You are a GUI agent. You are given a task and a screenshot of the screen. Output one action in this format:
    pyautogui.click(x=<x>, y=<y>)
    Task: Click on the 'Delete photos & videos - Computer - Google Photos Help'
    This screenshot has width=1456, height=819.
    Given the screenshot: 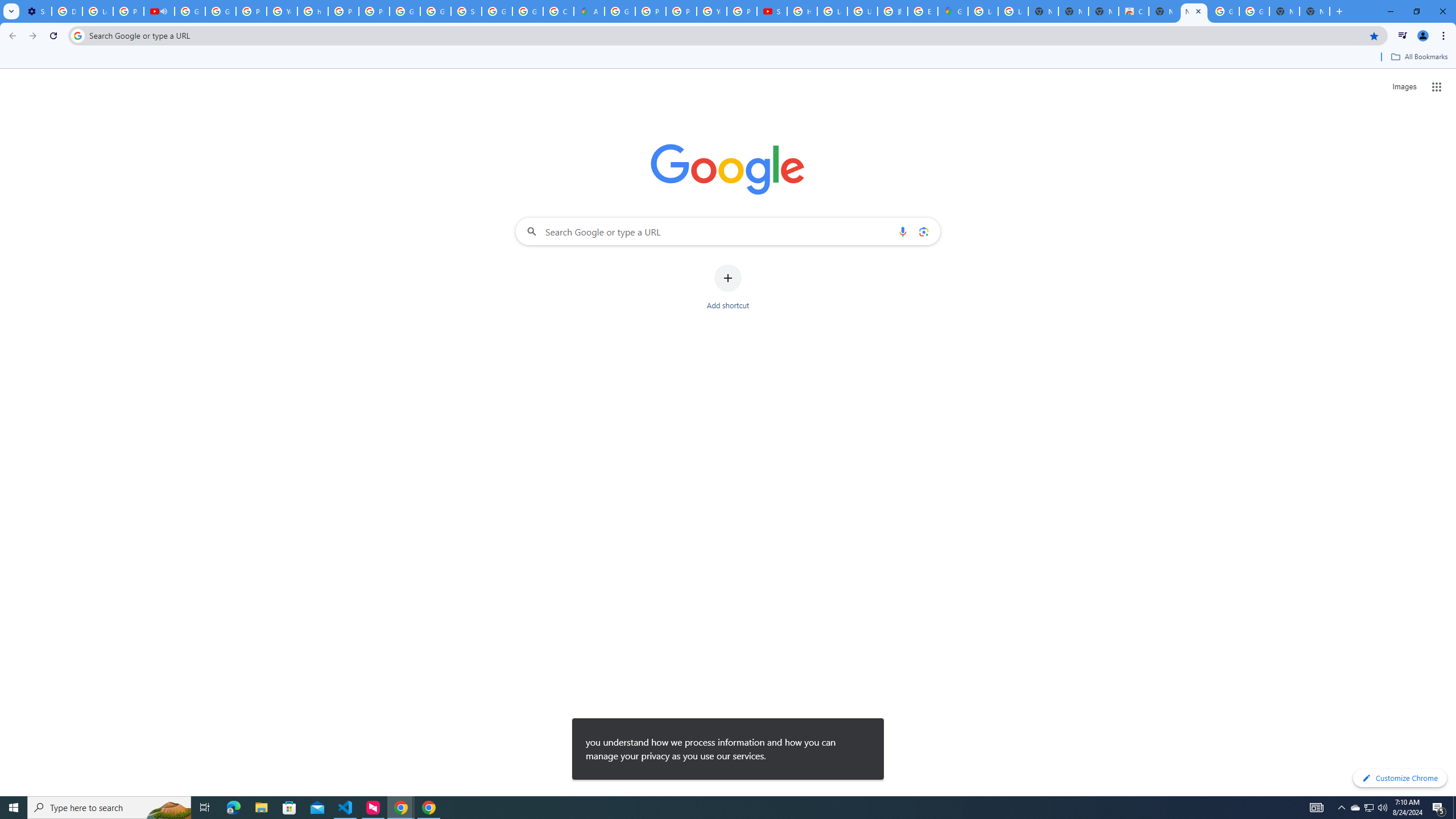 What is the action you would take?
    pyautogui.click(x=67, y=11)
    